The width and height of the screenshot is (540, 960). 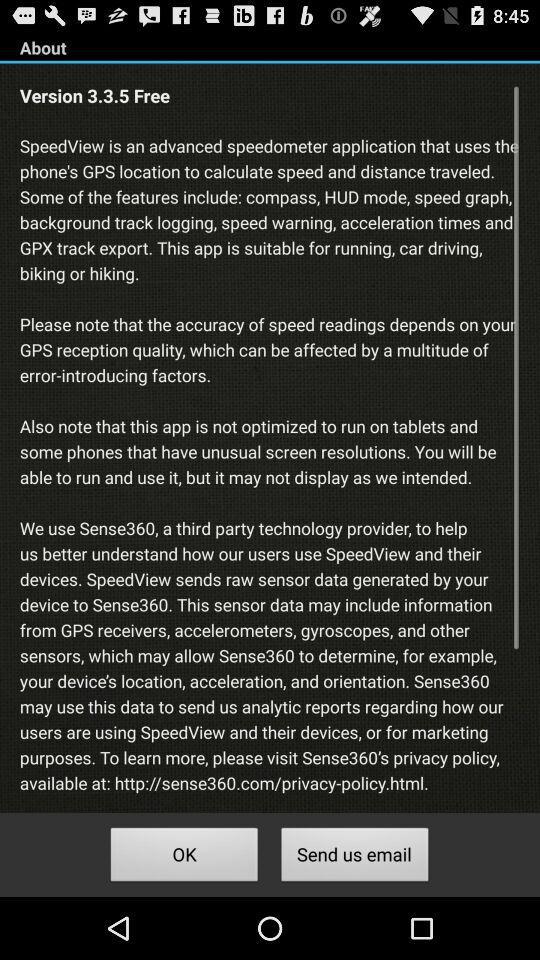 I want to click on icon below speedview is an, so click(x=184, y=856).